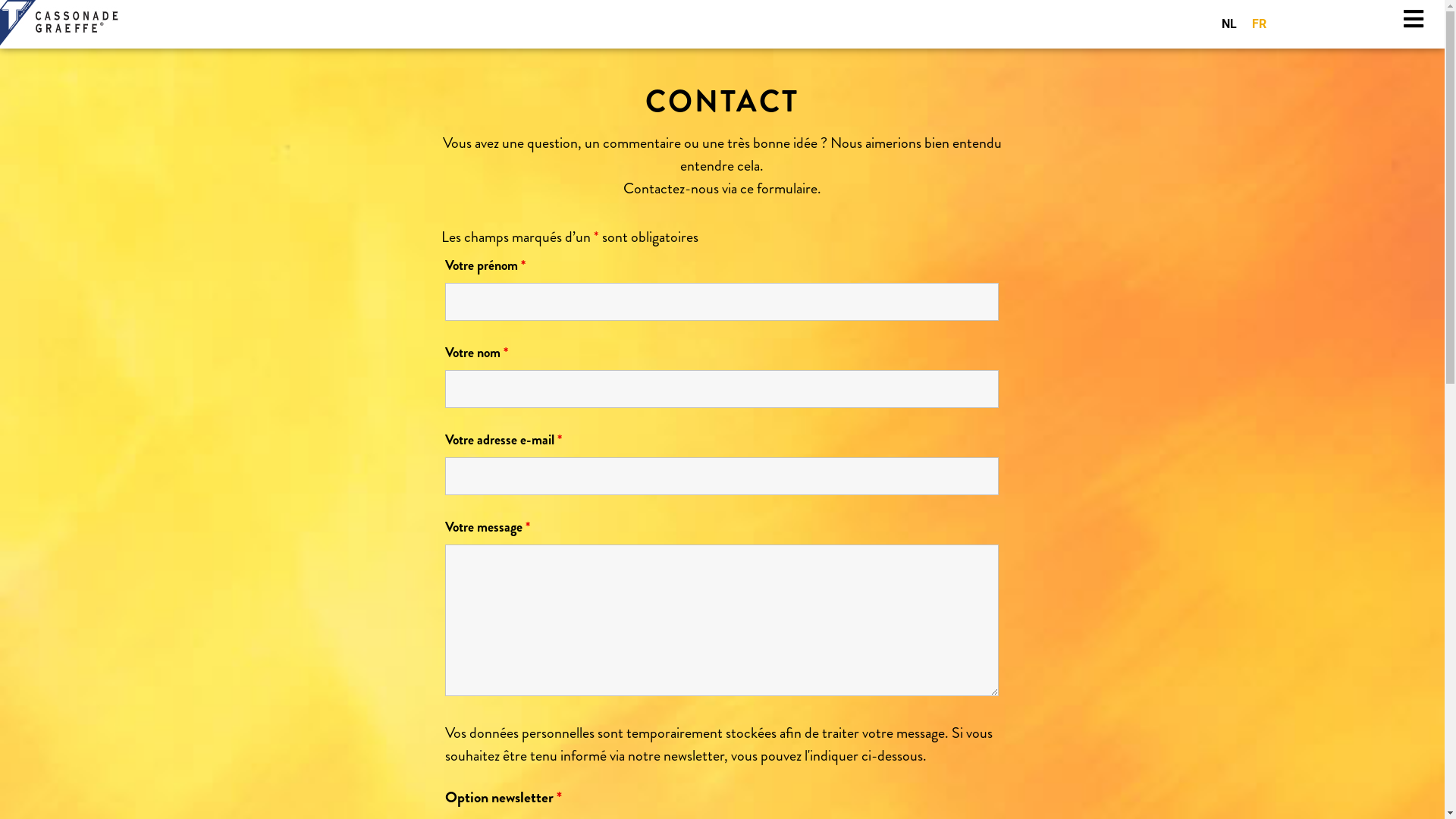 Image resolution: width=1456 pixels, height=819 pixels. What do you see at coordinates (1259, 24) in the screenshot?
I see `'FR'` at bounding box center [1259, 24].